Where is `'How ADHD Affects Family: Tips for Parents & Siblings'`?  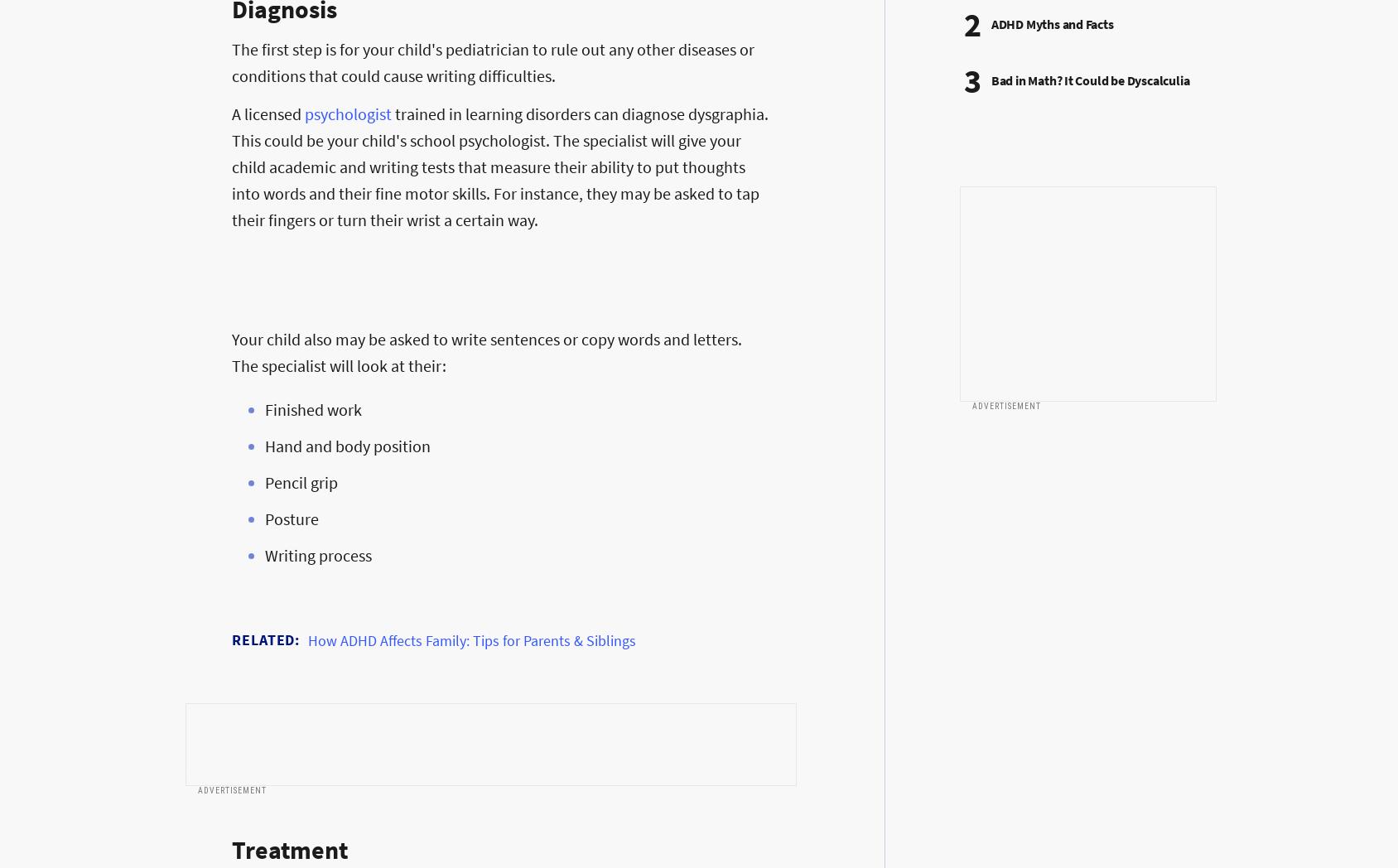 'How ADHD Affects Family: Tips for Parents & Siblings' is located at coordinates (472, 639).